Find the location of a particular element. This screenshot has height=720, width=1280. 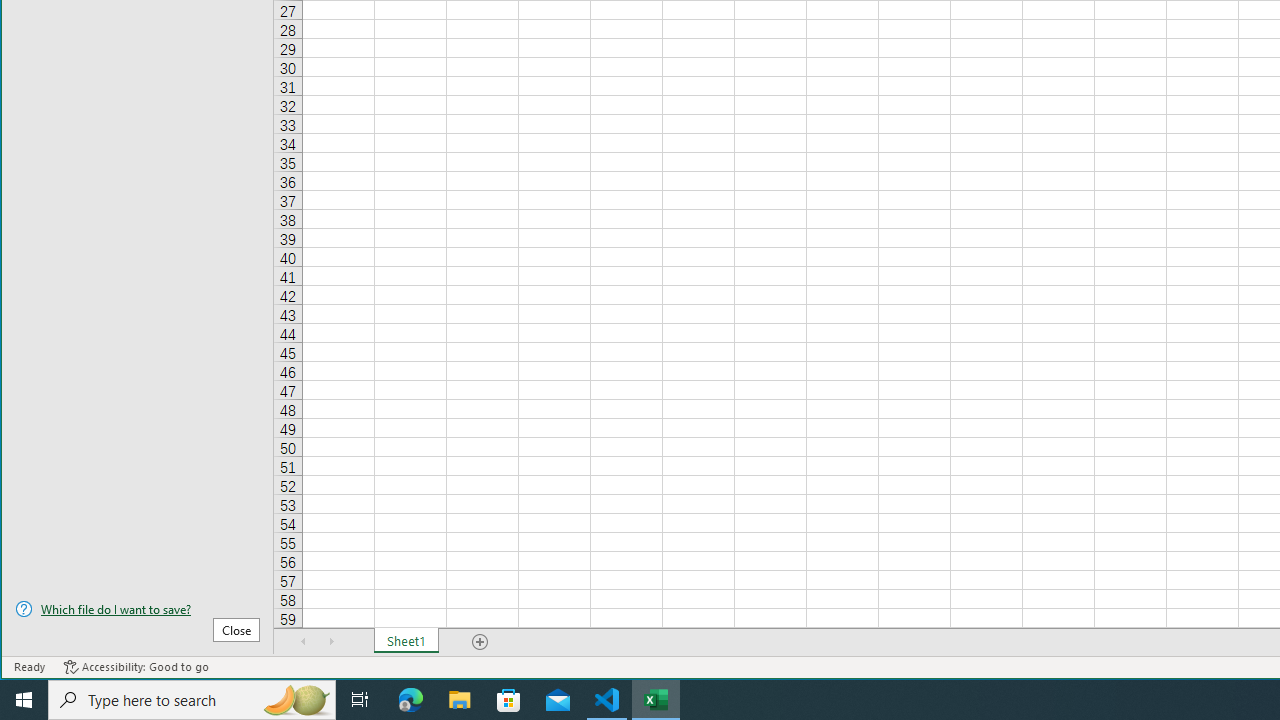

'Visual Studio Code - 1 running window' is located at coordinates (606, 698).